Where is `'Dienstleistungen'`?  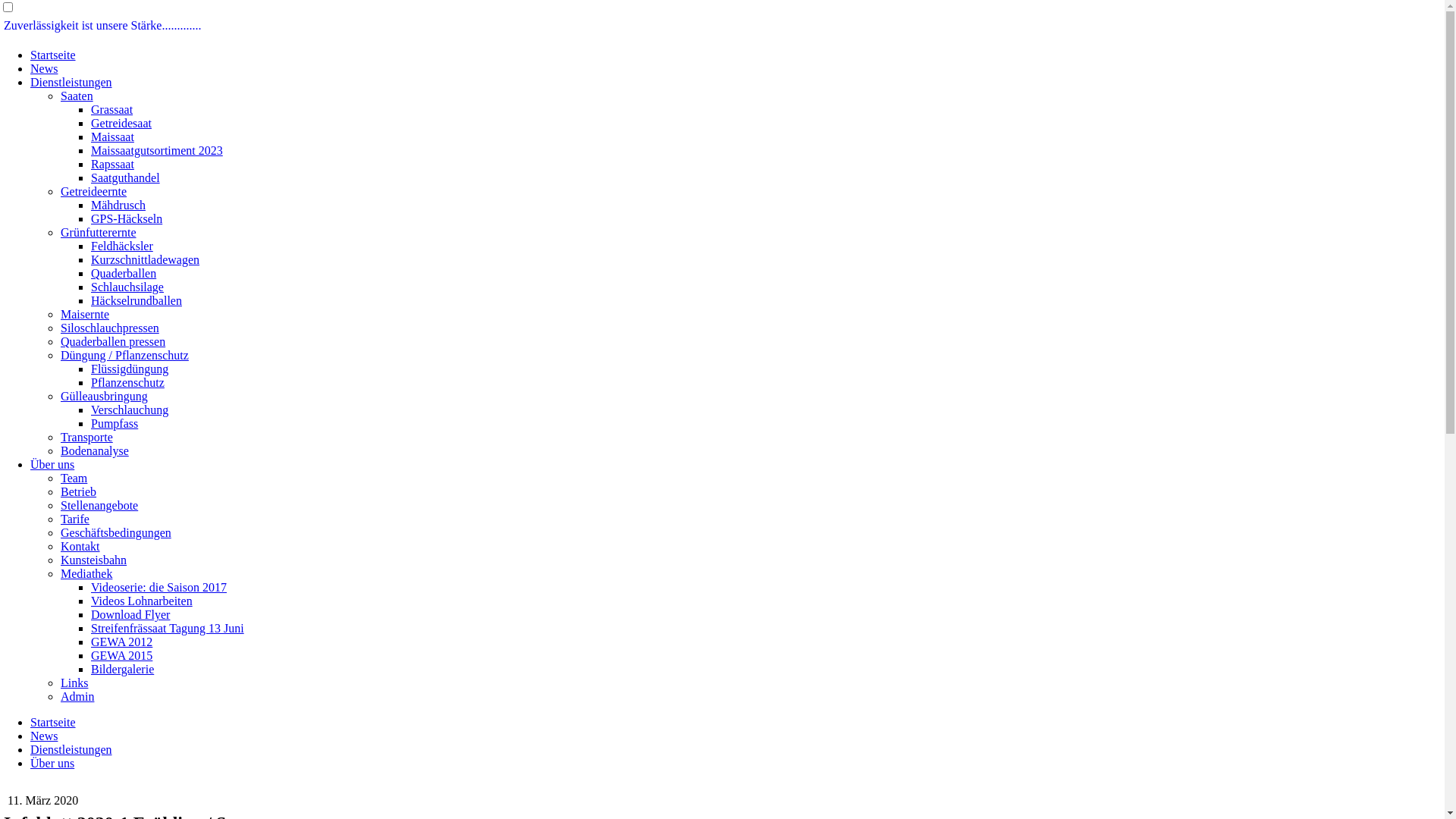 'Dienstleistungen' is located at coordinates (71, 82).